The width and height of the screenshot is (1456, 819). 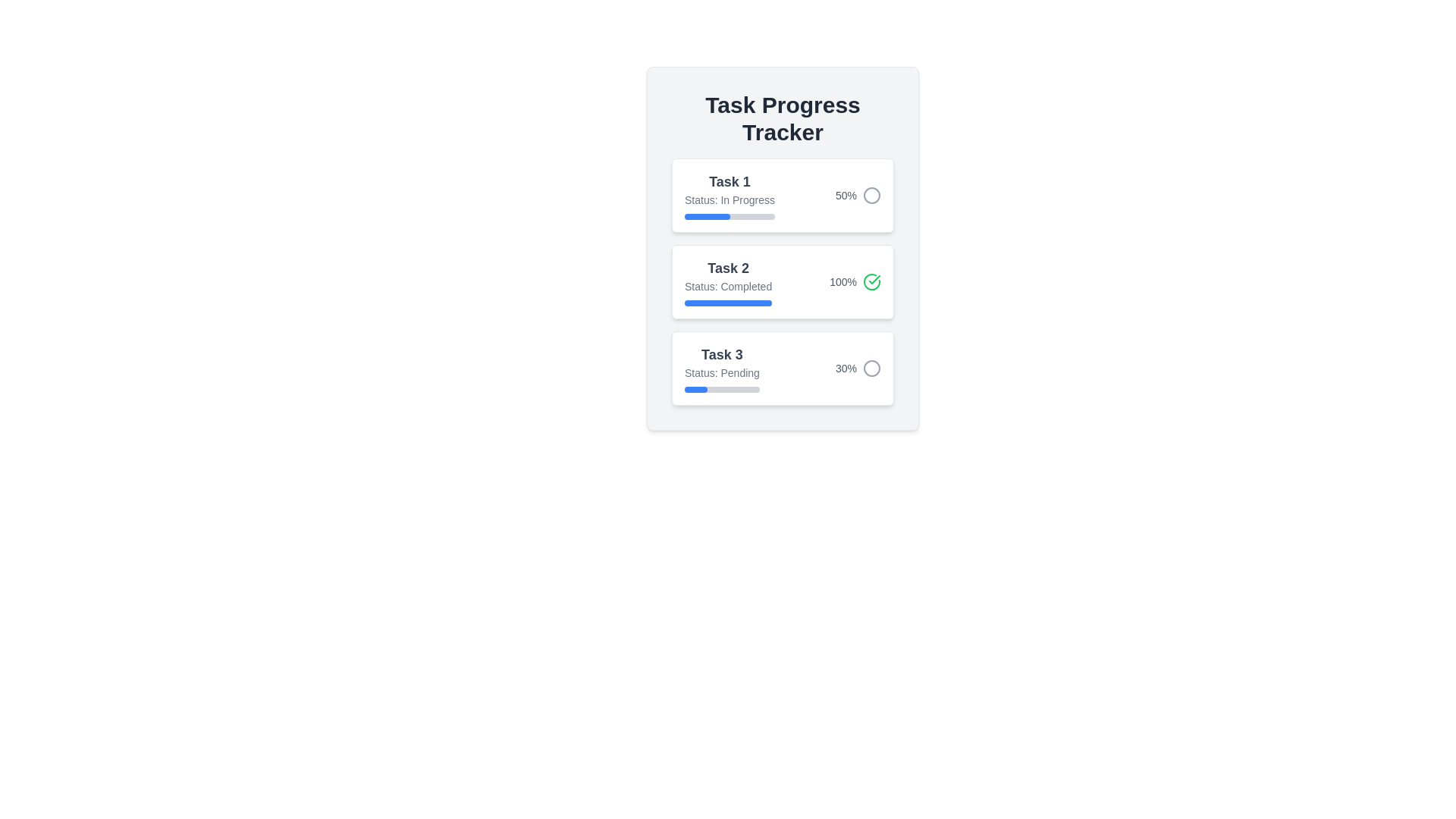 I want to click on the progress bar indicating the completion percentage of 'Task 2', located directly below the text 'Status: Completed', so click(x=728, y=303).